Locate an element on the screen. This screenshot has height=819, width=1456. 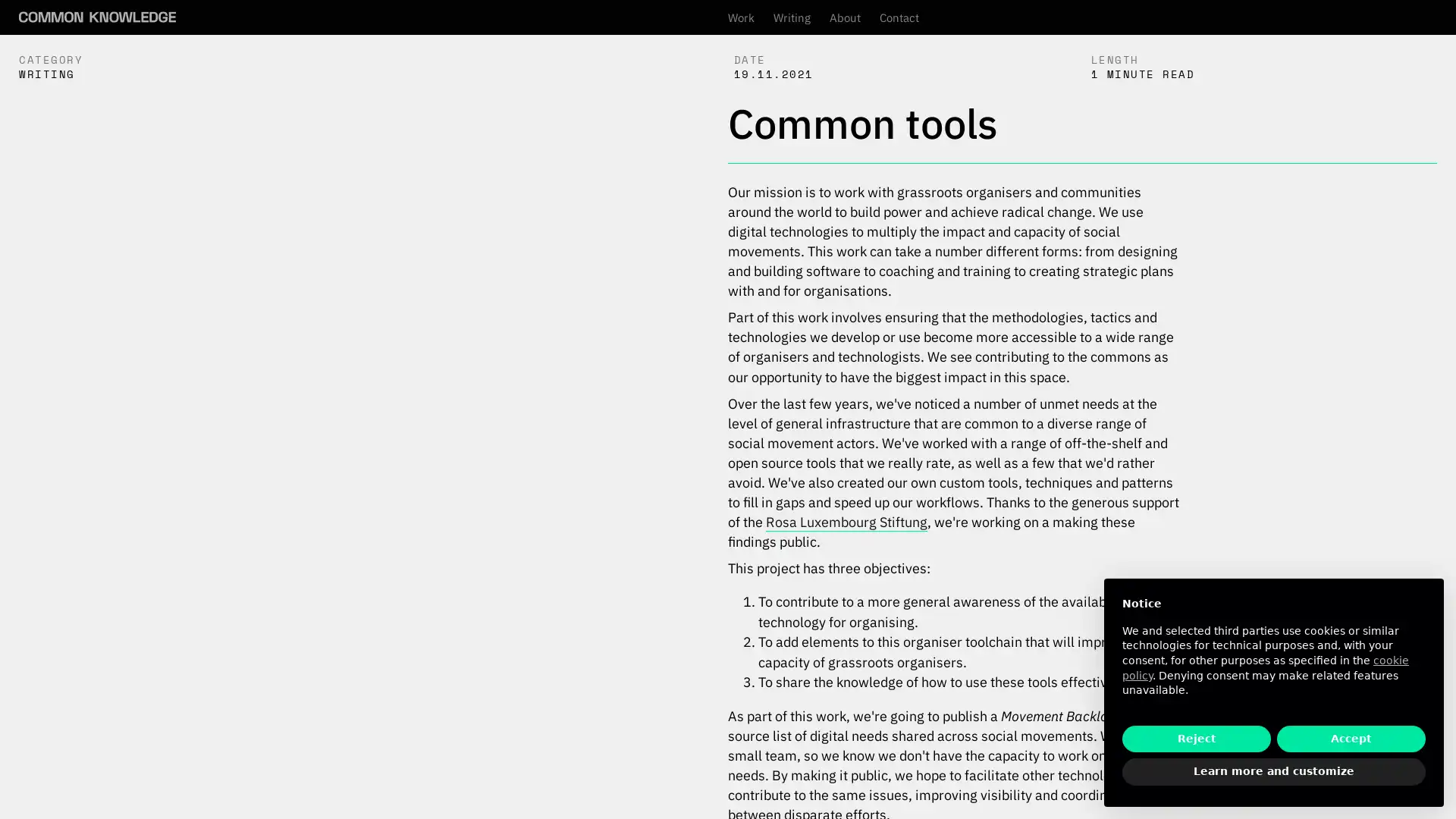
Reject is located at coordinates (1196, 738).